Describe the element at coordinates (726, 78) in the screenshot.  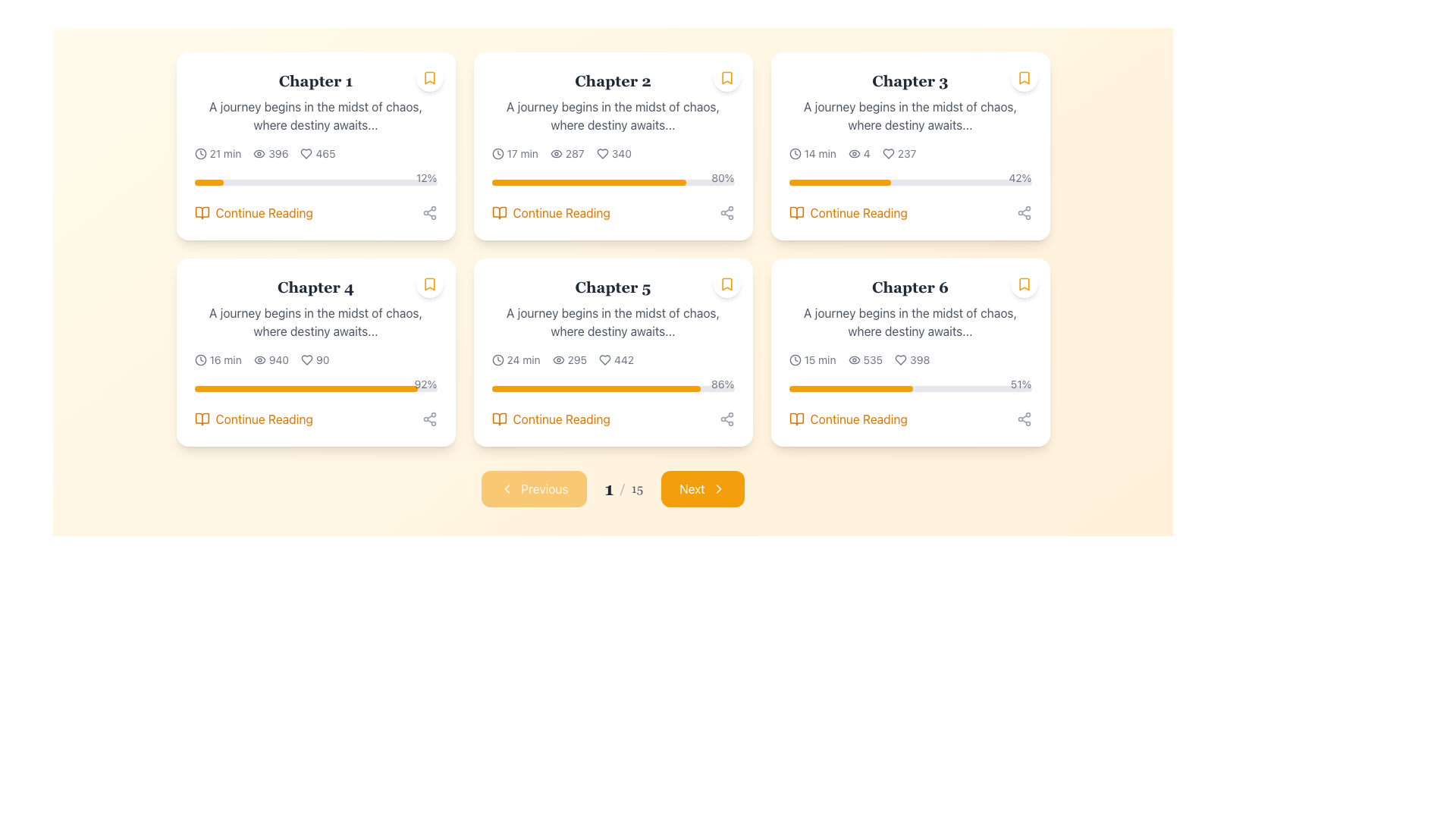
I see `the small red bookmark icon located at the top-right corner of the 'Chapter 2' card` at that location.